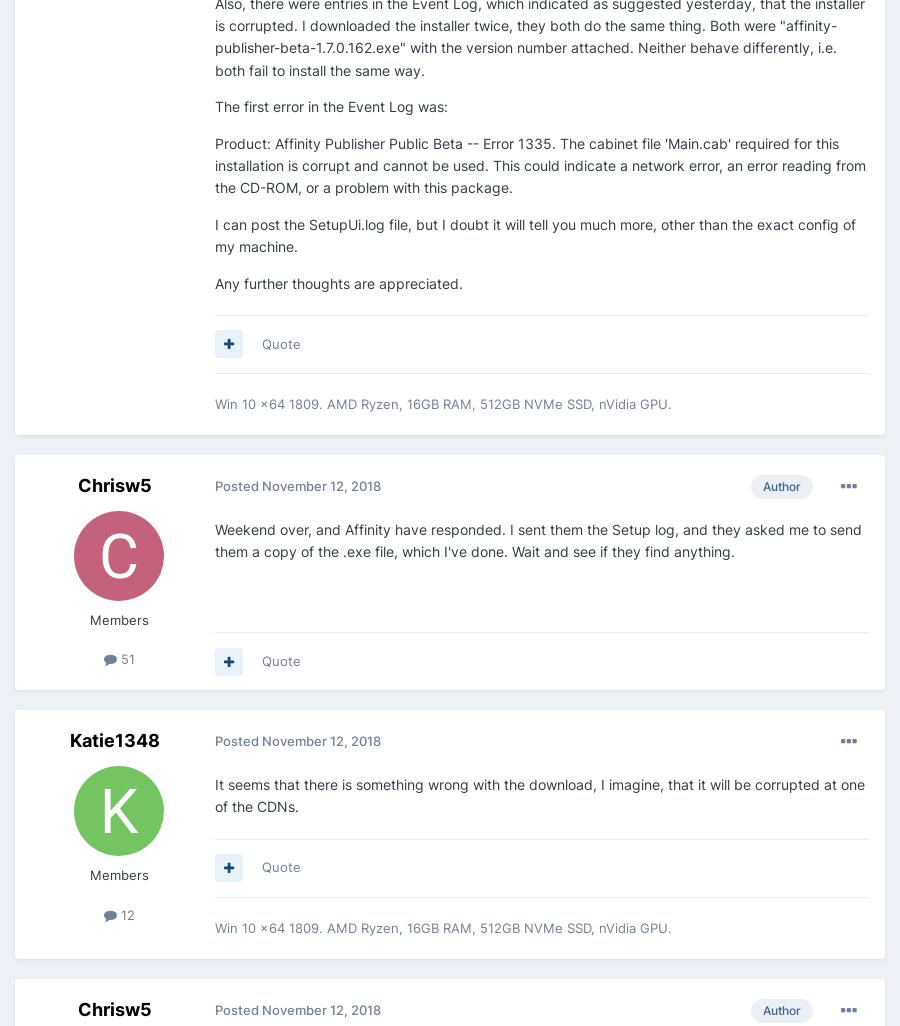  I want to click on '51', so click(116, 658).